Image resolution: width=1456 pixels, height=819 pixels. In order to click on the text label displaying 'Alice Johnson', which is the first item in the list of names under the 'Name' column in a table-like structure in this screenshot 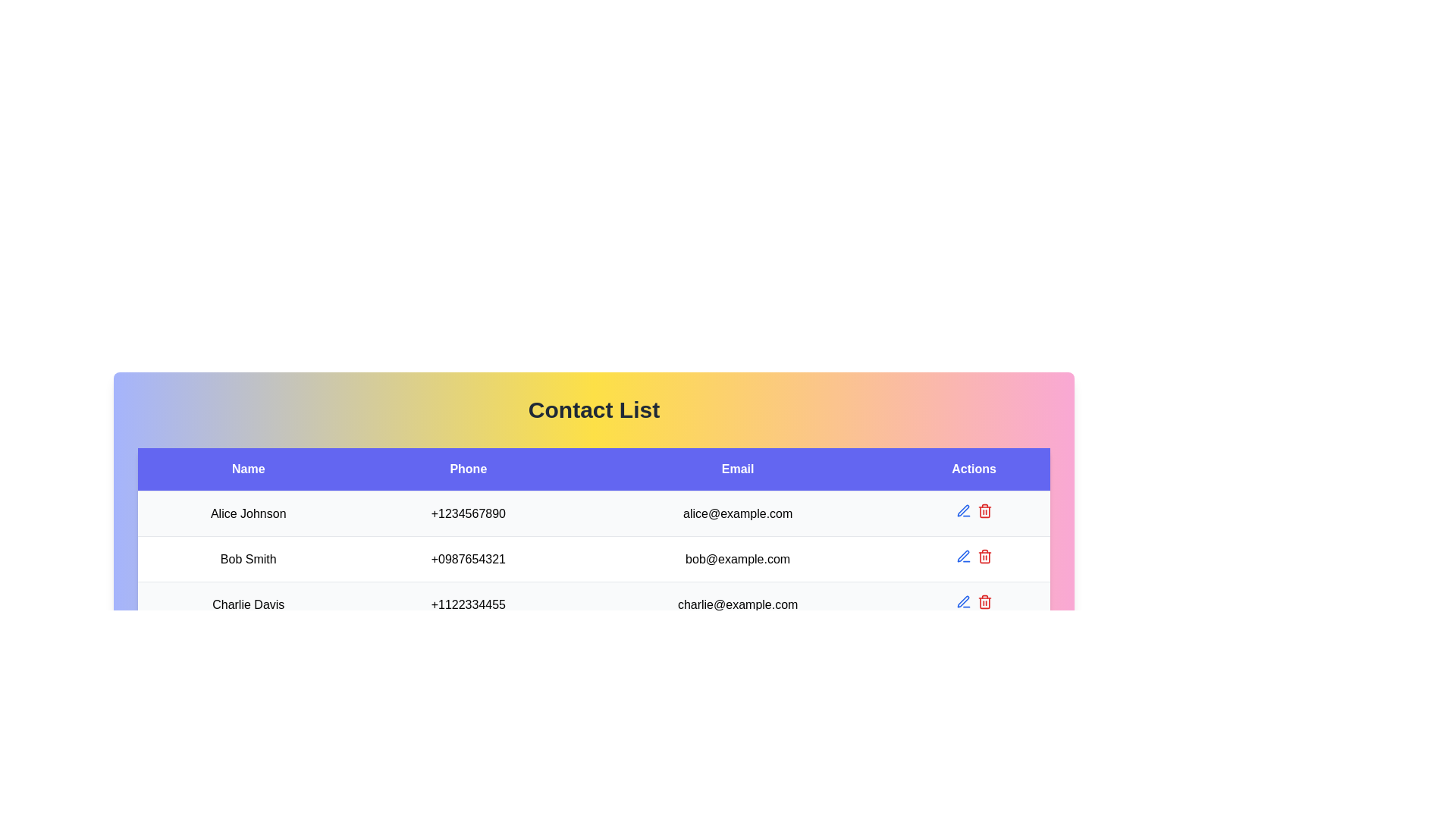, I will do `click(248, 513)`.